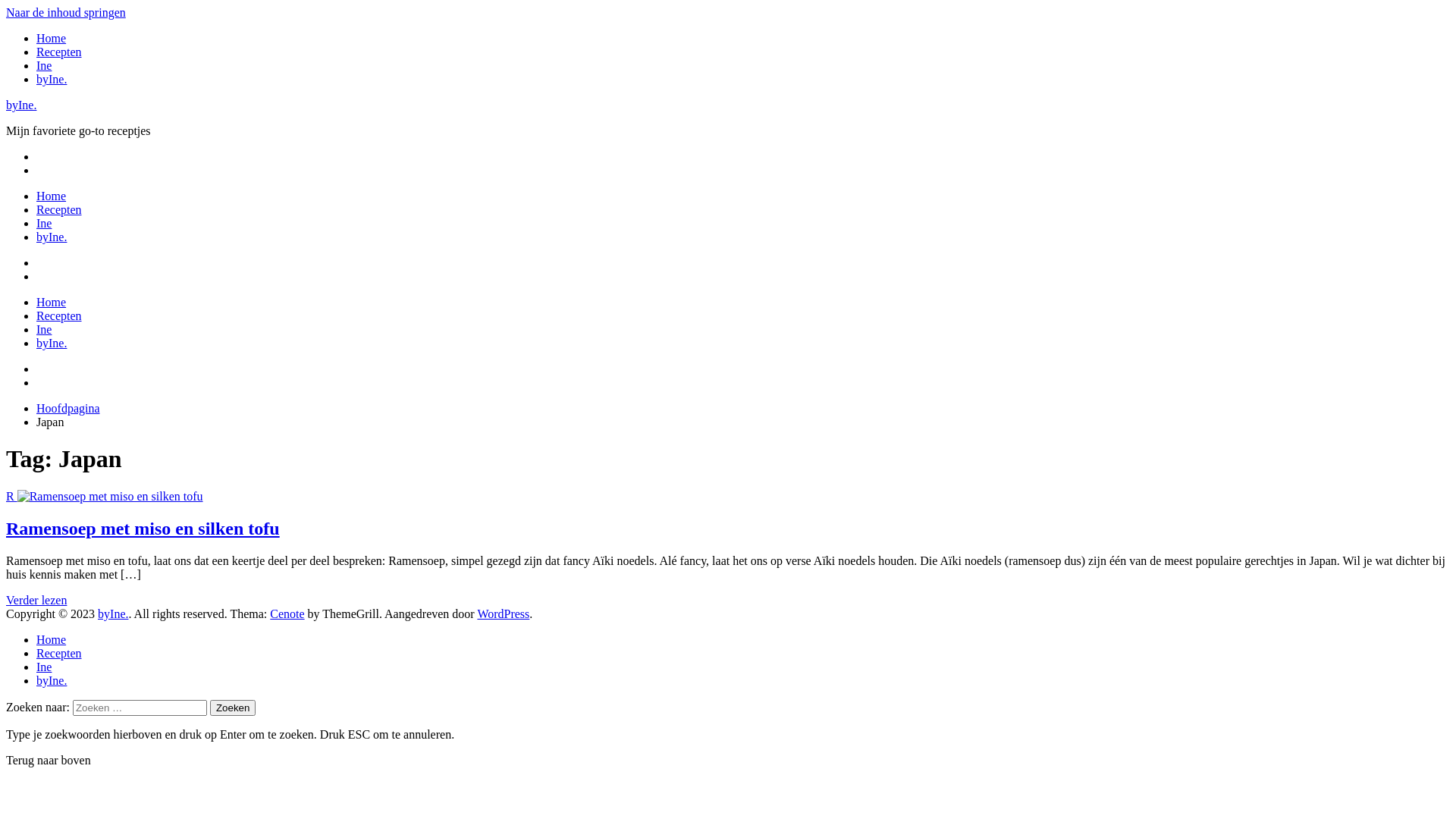  What do you see at coordinates (51, 79) in the screenshot?
I see `'byIne.'` at bounding box center [51, 79].